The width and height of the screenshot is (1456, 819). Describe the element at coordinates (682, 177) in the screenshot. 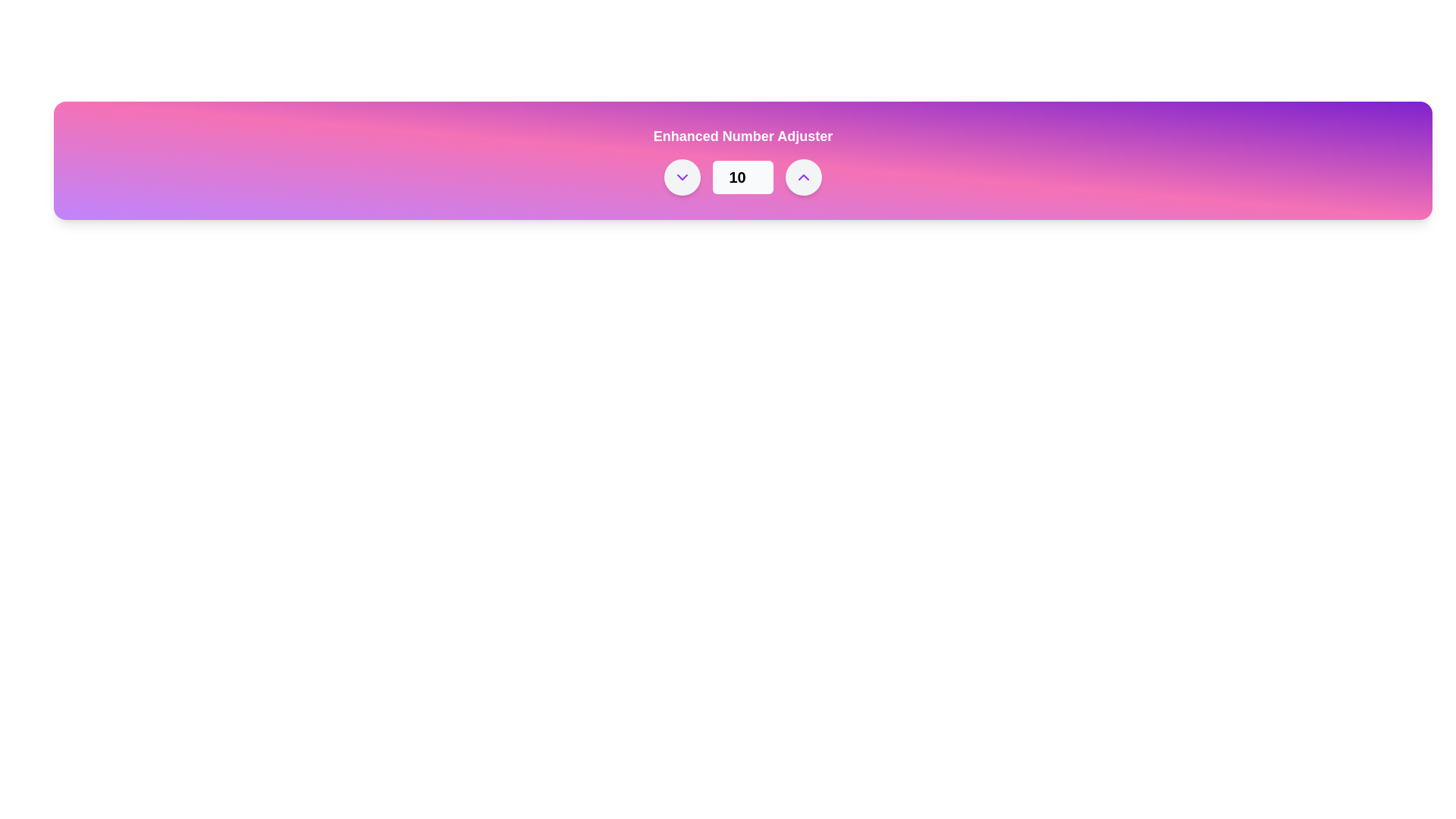

I see `the triangular chevron button that decreases the numeric value in the Enhanced Number Adjuster by` at that location.